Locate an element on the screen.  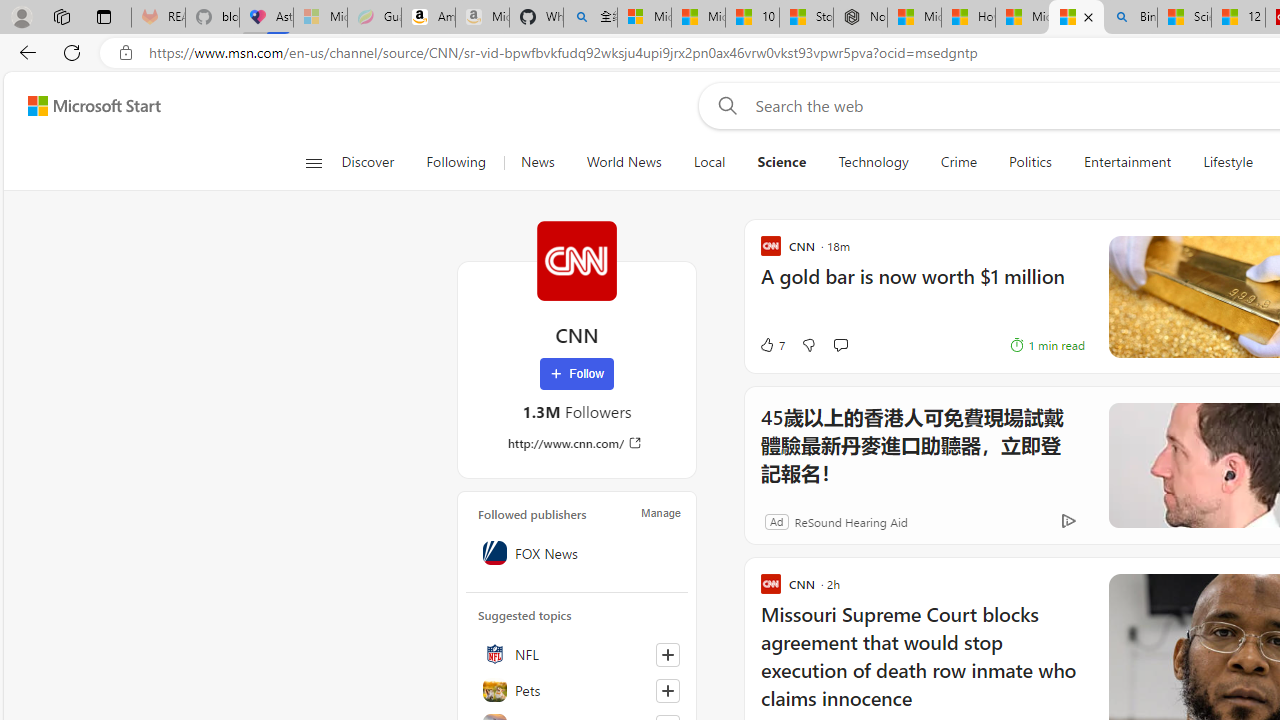
'Follow this topic' is located at coordinates (668, 689).